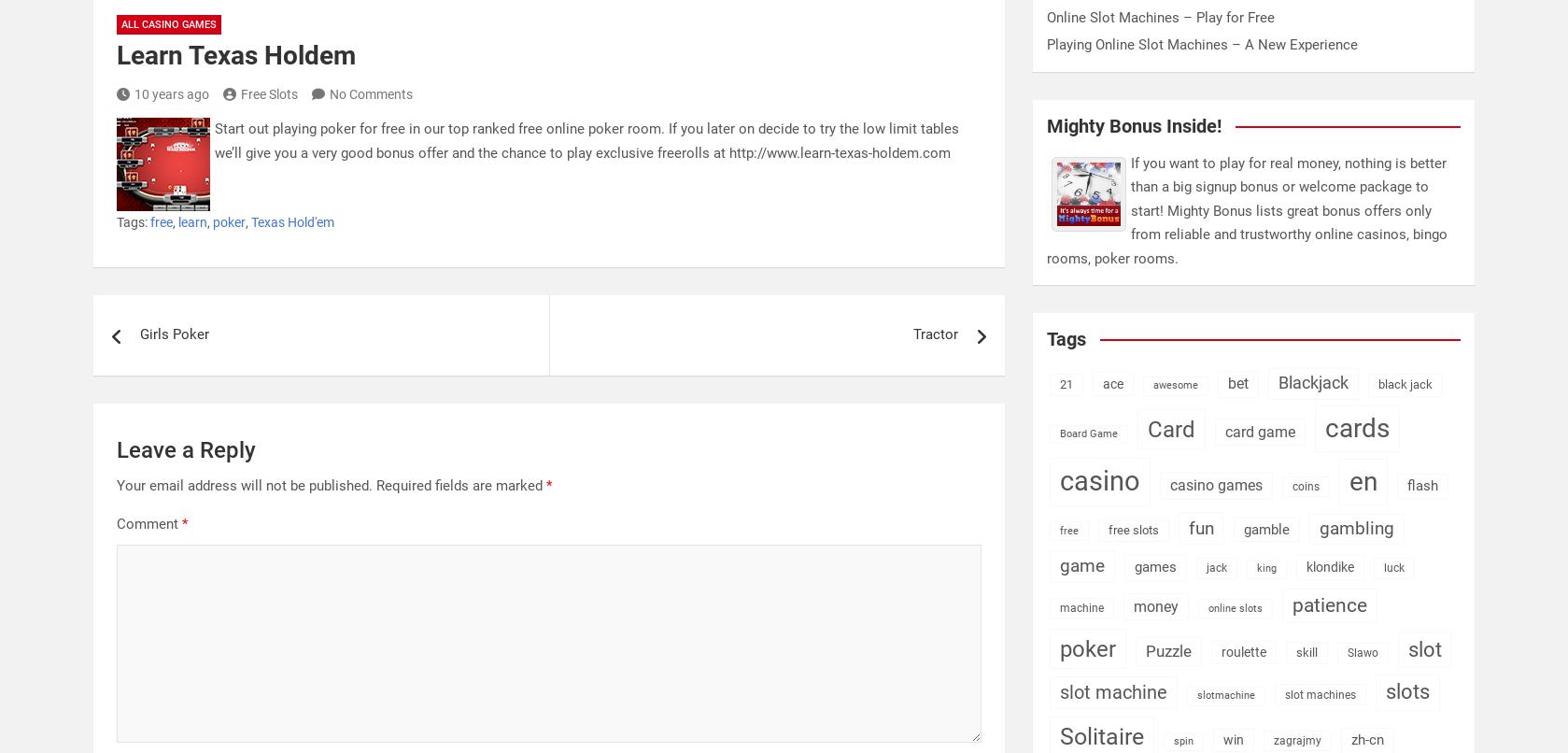  Describe the element at coordinates (1112, 690) in the screenshot. I see `'slot machine'` at that location.